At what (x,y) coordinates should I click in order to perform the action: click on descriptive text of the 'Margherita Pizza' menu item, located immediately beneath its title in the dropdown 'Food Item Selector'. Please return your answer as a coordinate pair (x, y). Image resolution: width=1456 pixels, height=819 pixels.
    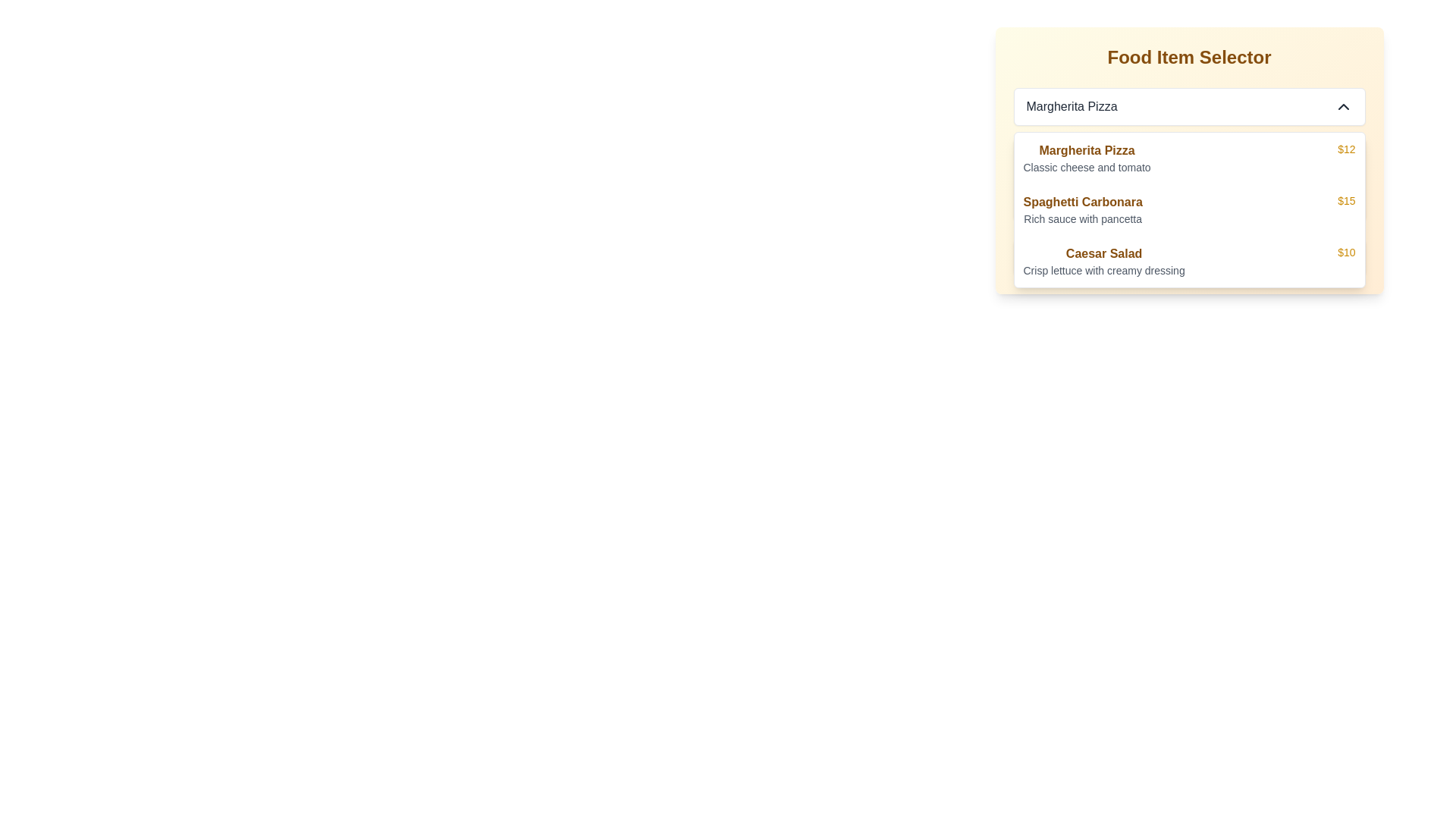
    Looking at the image, I should click on (1086, 167).